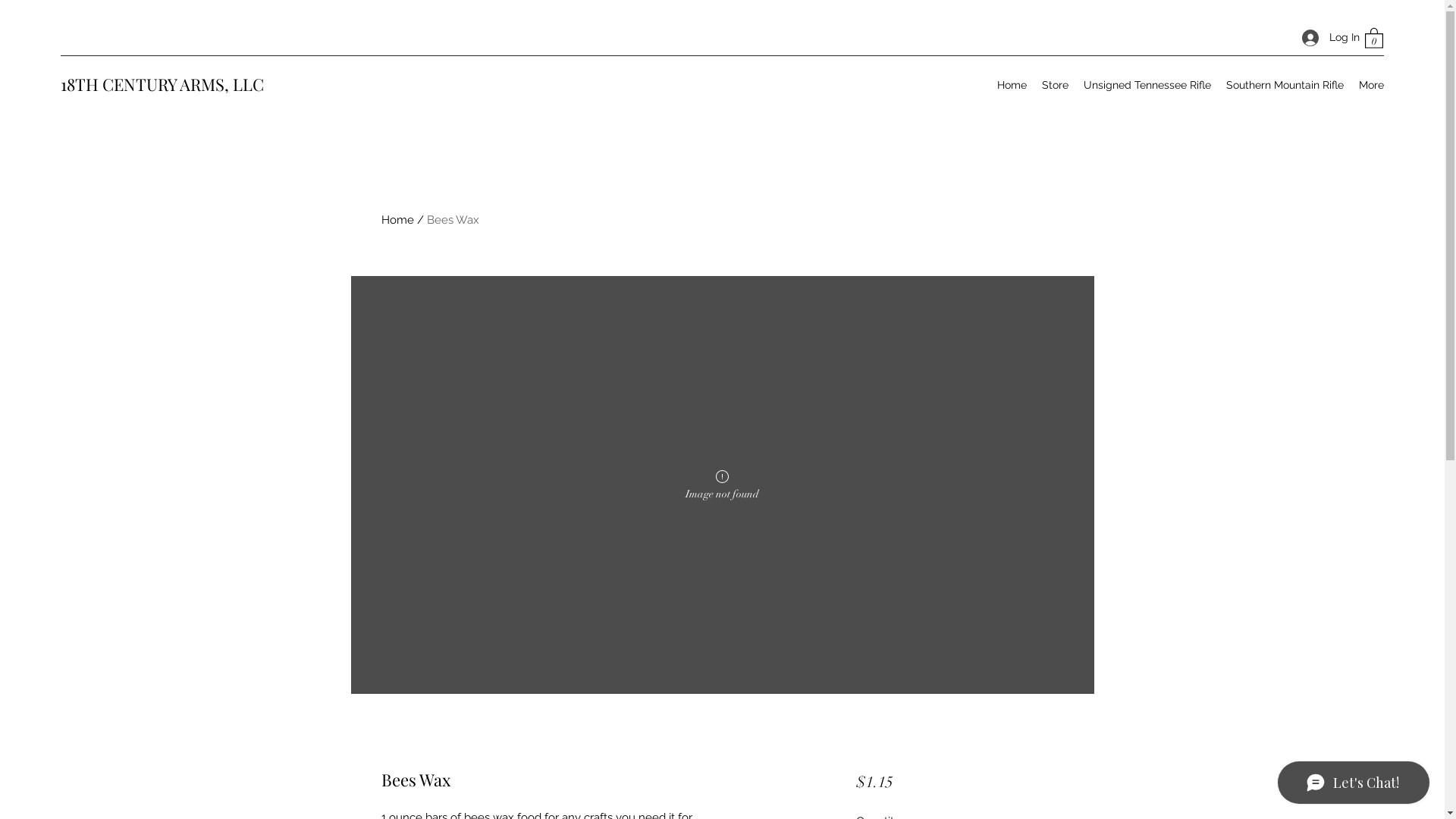  What do you see at coordinates (162, 84) in the screenshot?
I see `'18TH CENTURY ARMS, LLC'` at bounding box center [162, 84].